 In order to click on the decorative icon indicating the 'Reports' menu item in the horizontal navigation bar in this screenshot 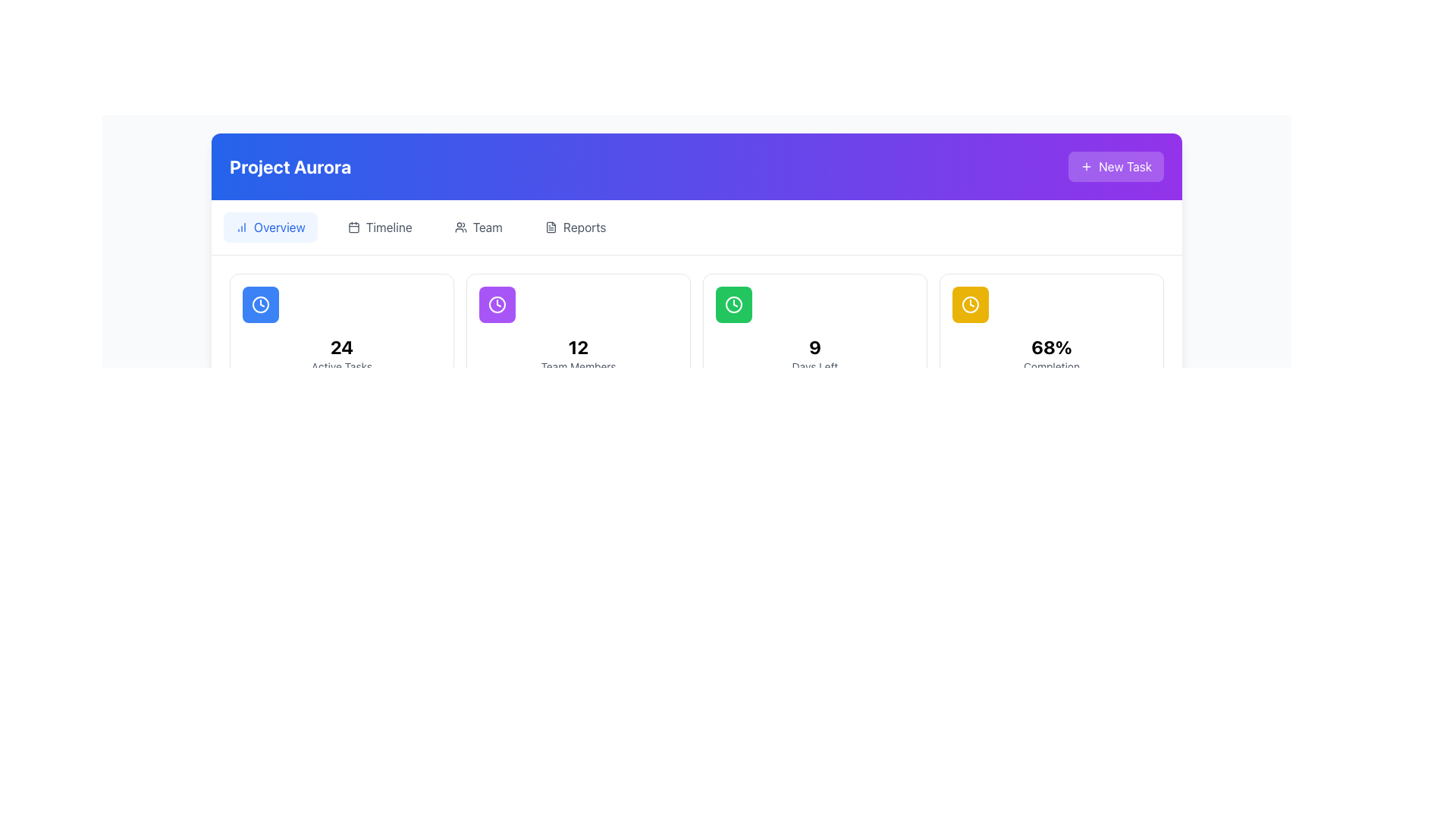, I will do `click(550, 227)`.